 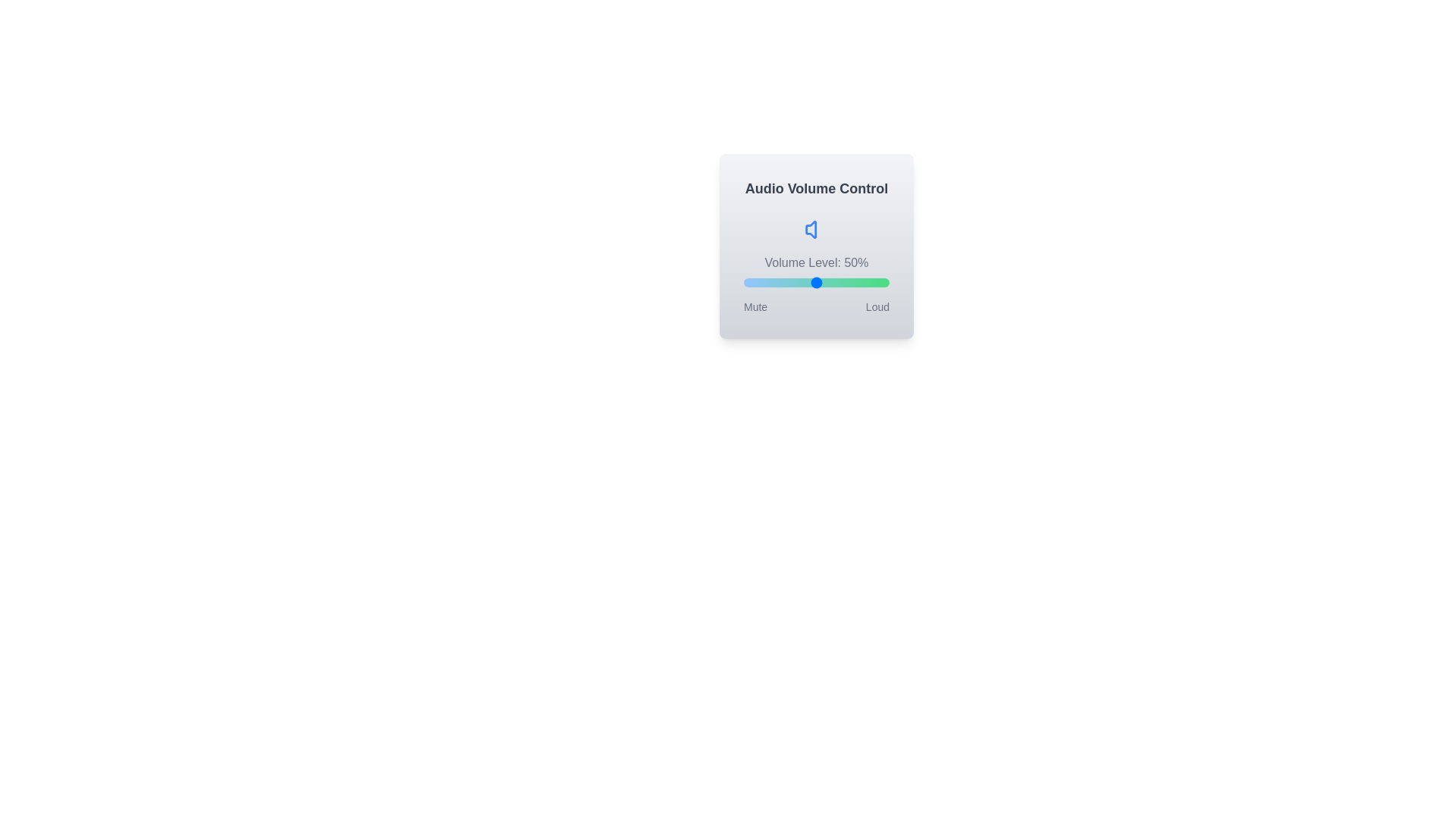 What do you see at coordinates (755, 307) in the screenshot?
I see `the Mute label to interact with it` at bounding box center [755, 307].